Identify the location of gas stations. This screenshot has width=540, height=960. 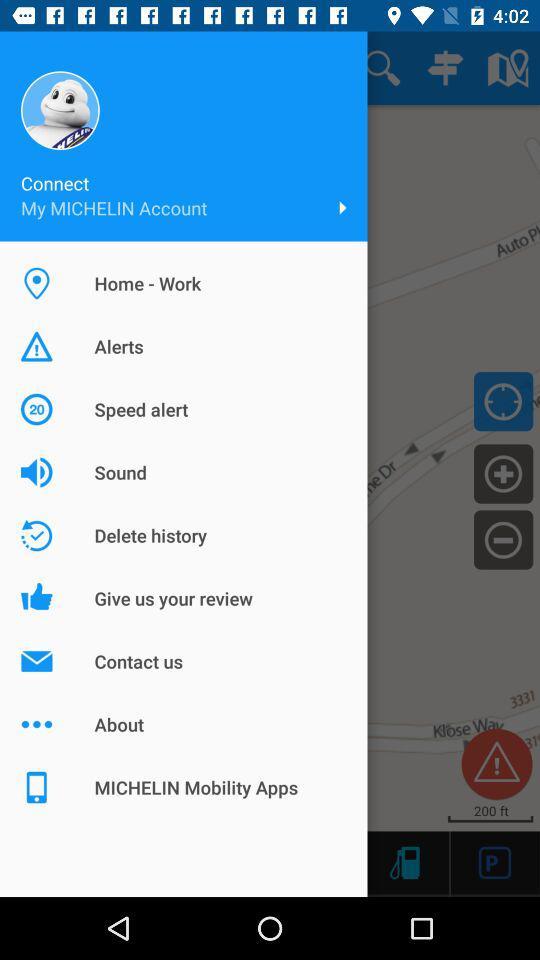
(404, 861).